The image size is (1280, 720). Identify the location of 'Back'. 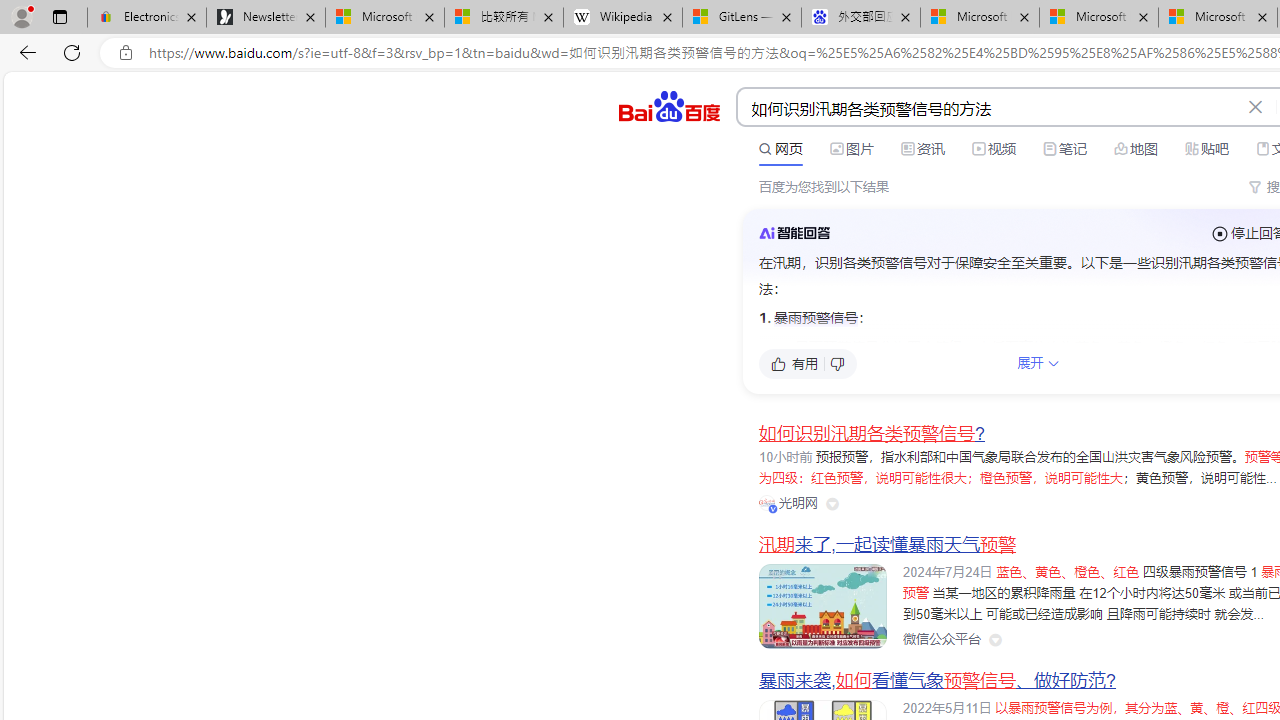
(24, 51).